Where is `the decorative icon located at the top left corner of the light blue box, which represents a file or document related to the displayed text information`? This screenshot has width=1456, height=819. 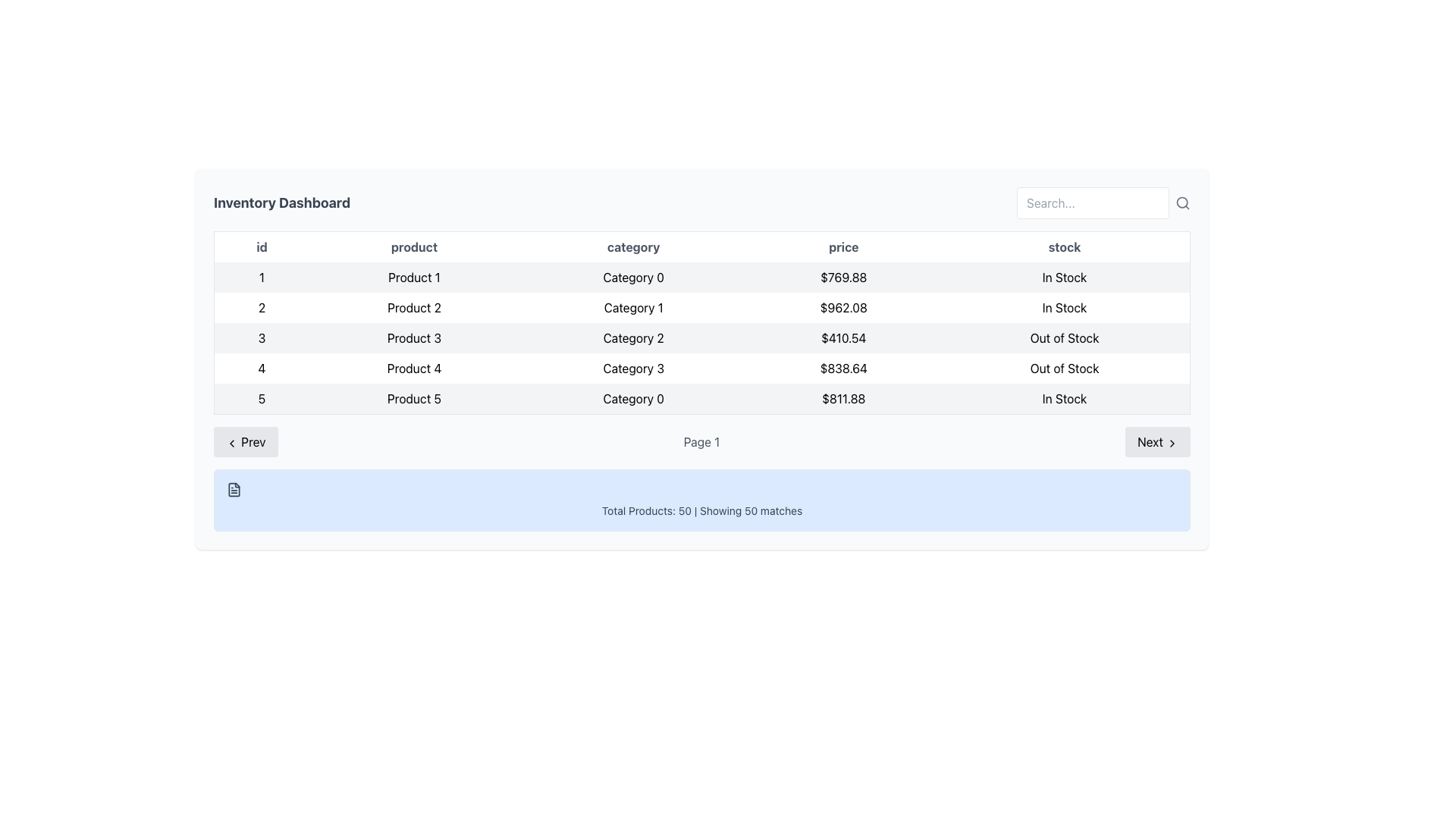
the decorative icon located at the top left corner of the light blue box, which represents a file or document related to the displayed text information is located at coordinates (233, 489).